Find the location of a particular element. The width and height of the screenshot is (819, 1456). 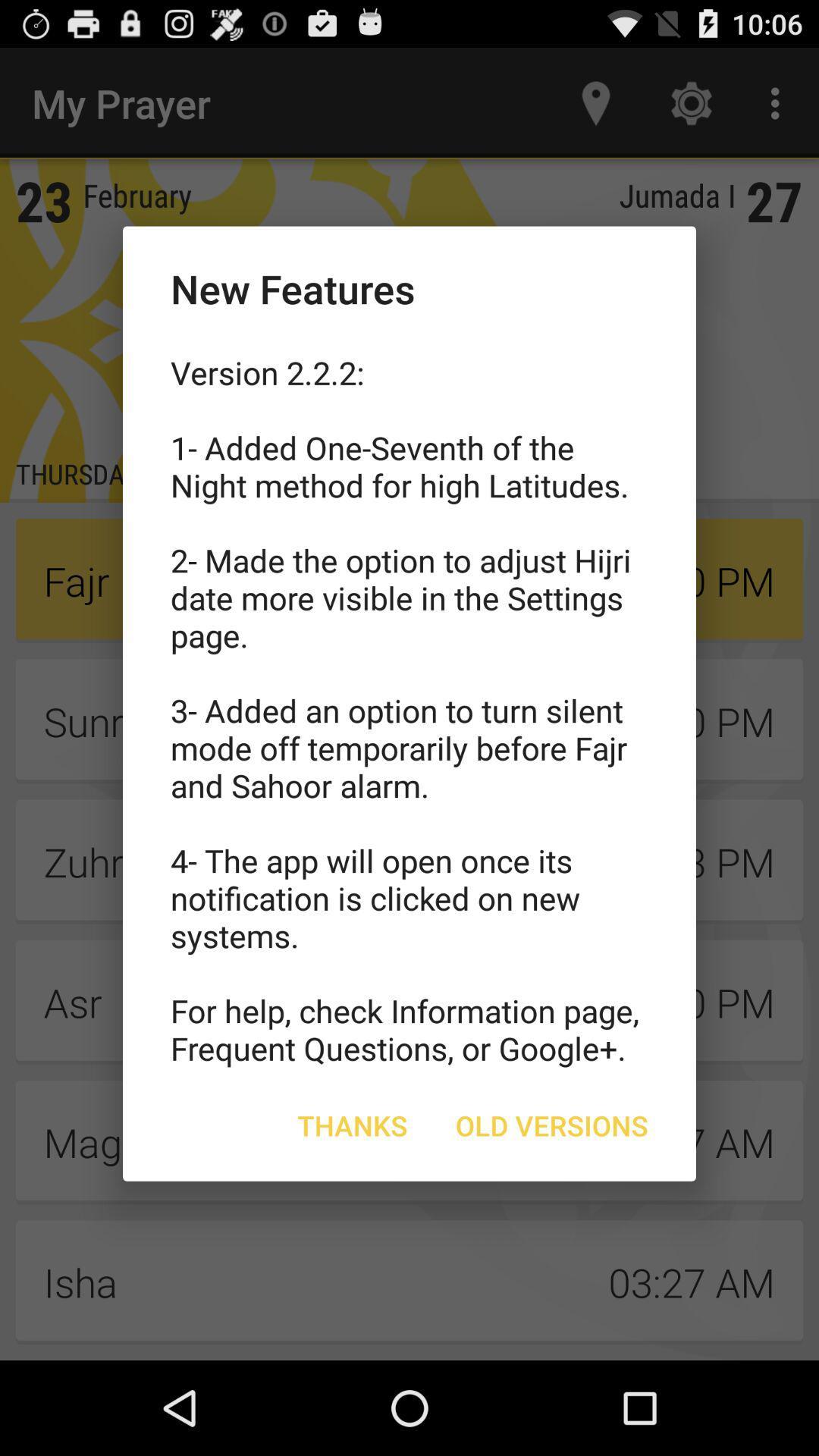

icon next to thanks button is located at coordinates (551, 1125).